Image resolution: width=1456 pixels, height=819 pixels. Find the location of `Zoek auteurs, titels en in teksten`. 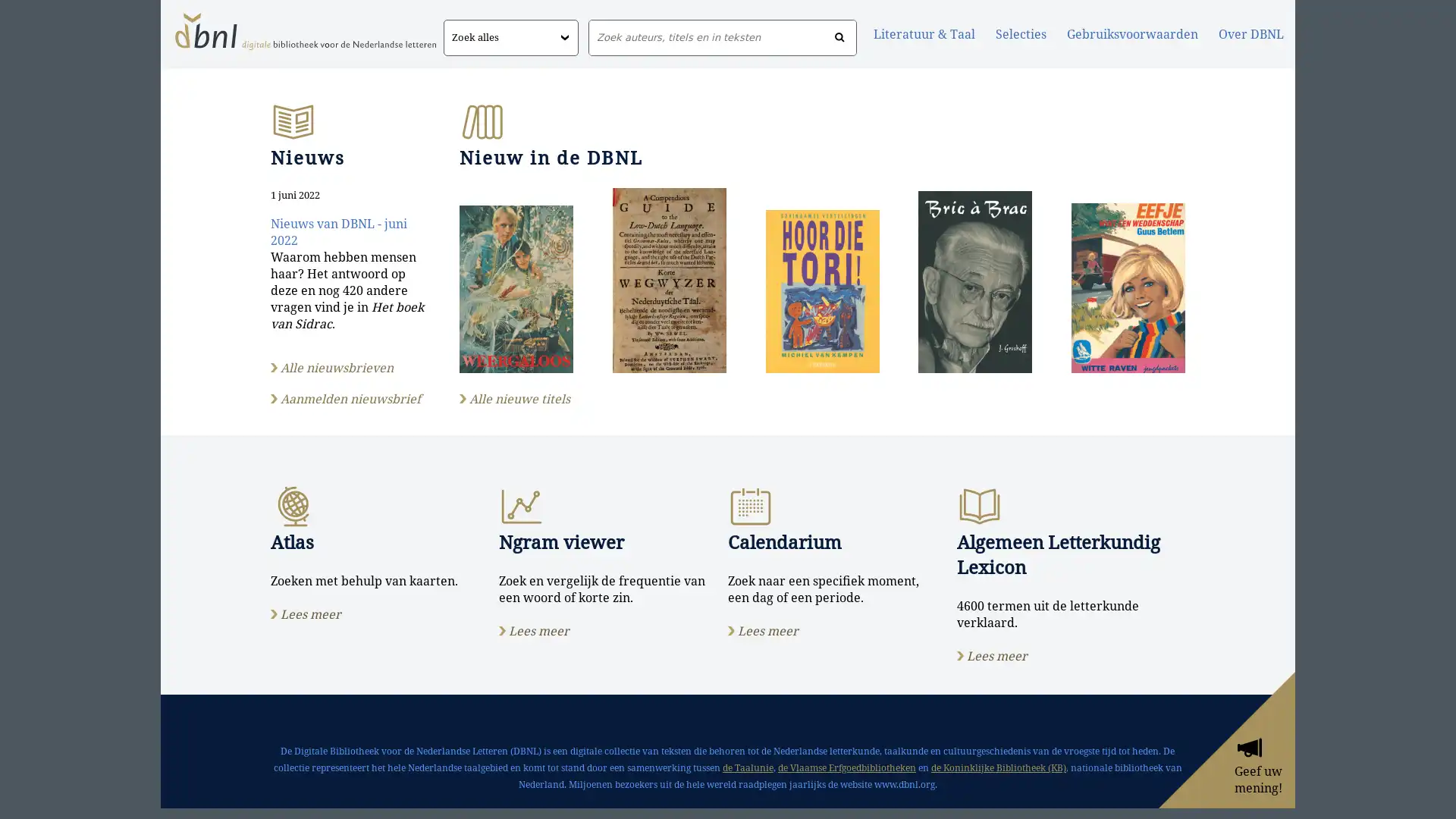

Zoek auteurs, titels en in teksten is located at coordinates (839, 37).